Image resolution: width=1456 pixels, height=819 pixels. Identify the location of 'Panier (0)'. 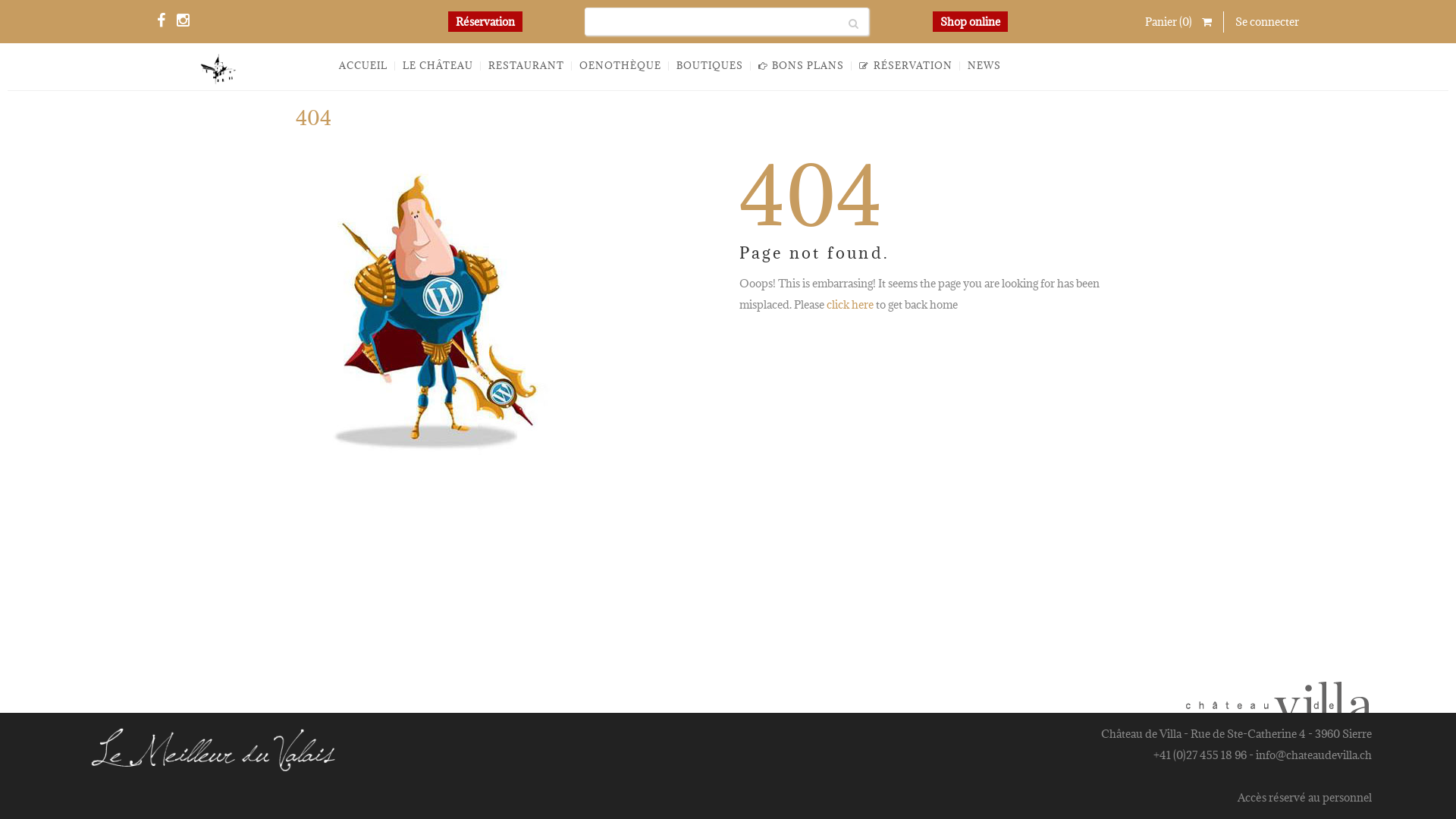
(1145, 22).